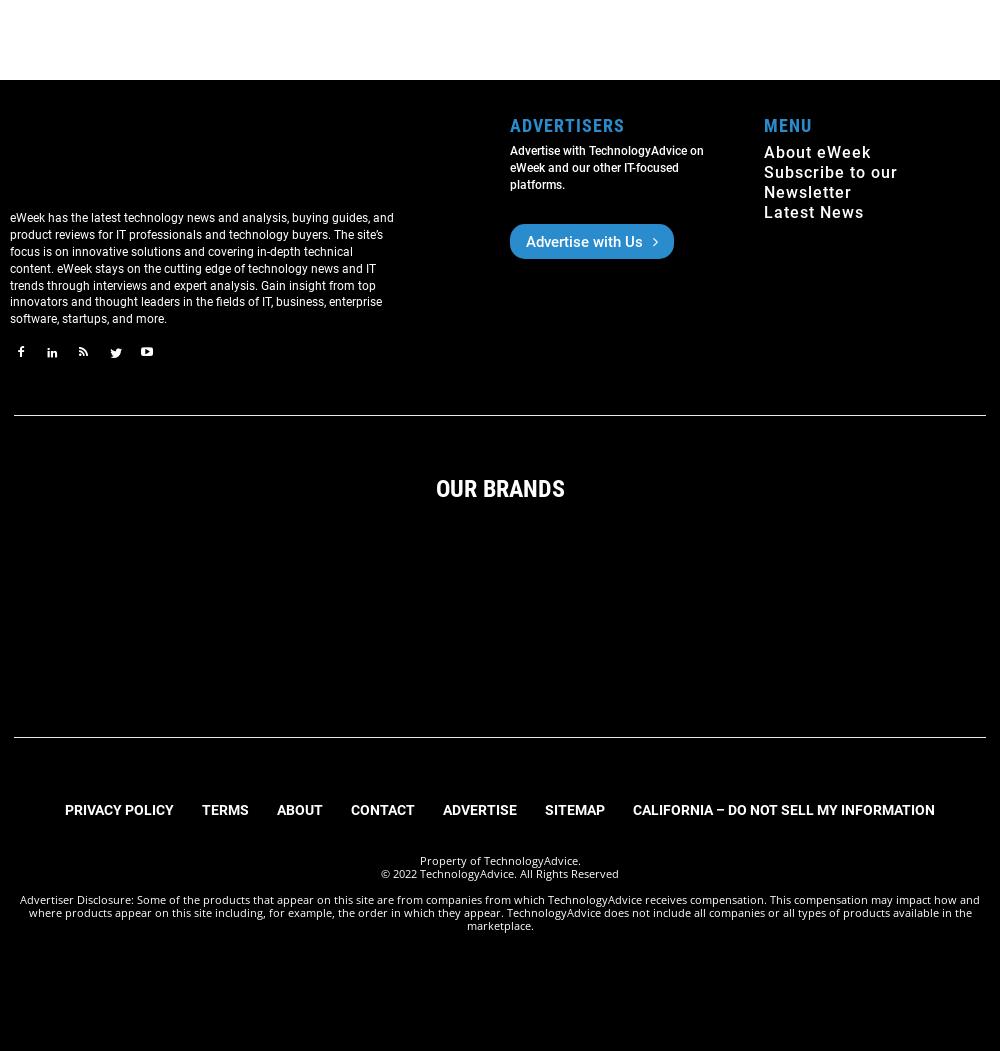 This screenshot has width=1000, height=1051. What do you see at coordinates (583, 239) in the screenshot?
I see `'Advertise with Us'` at bounding box center [583, 239].